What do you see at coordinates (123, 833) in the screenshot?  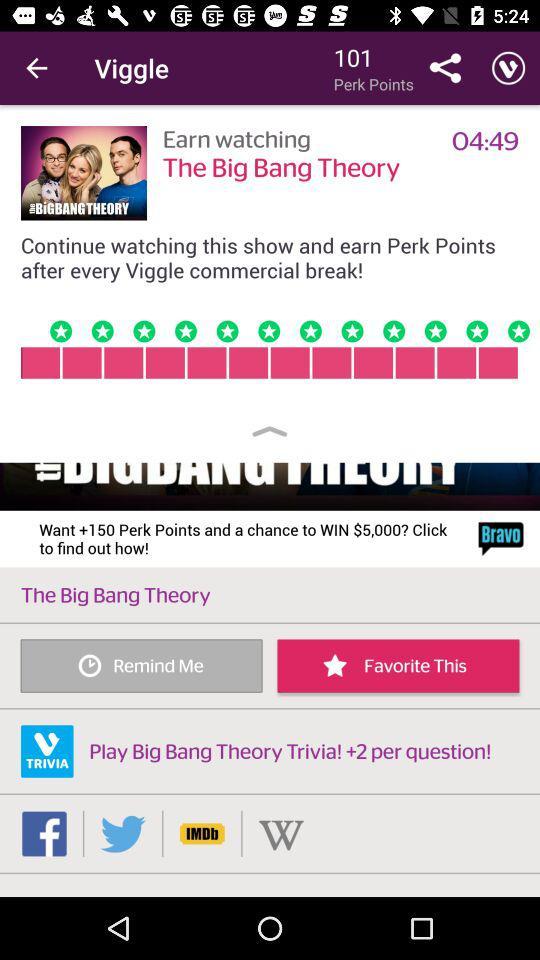 I see `the twitter icon` at bounding box center [123, 833].